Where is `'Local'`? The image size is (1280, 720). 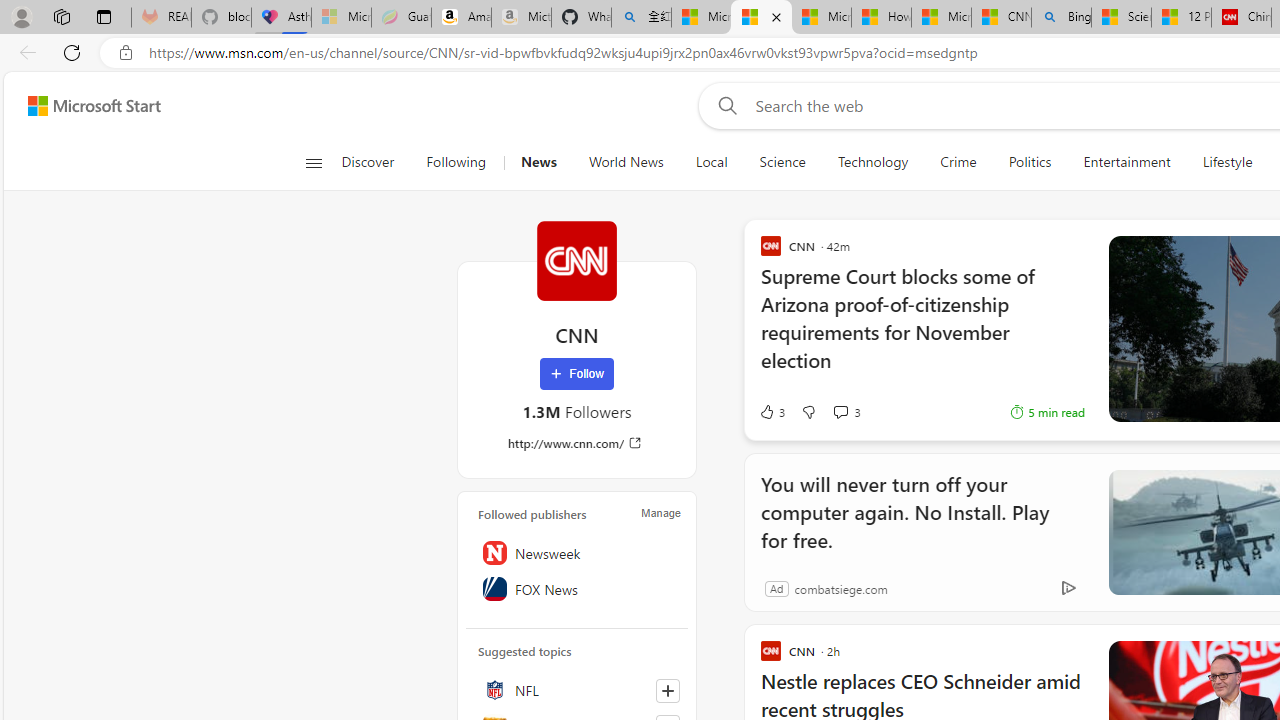
'Local' is located at coordinates (711, 162).